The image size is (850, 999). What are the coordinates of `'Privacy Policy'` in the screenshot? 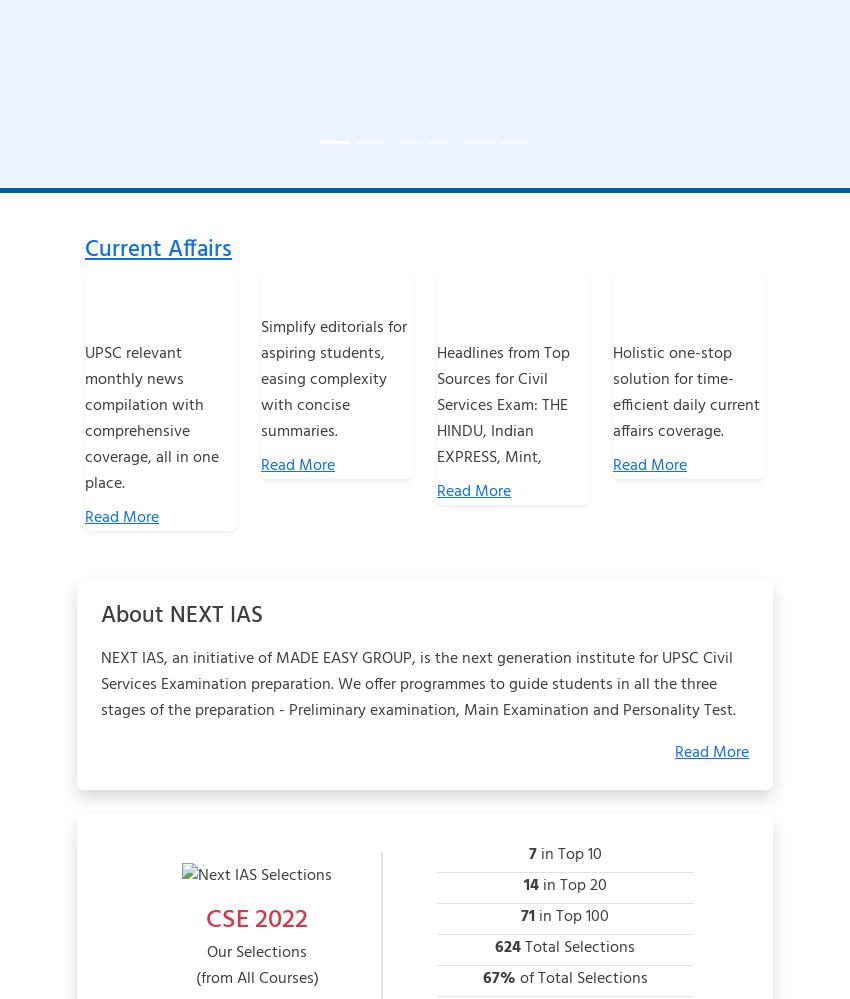 It's located at (379, 824).